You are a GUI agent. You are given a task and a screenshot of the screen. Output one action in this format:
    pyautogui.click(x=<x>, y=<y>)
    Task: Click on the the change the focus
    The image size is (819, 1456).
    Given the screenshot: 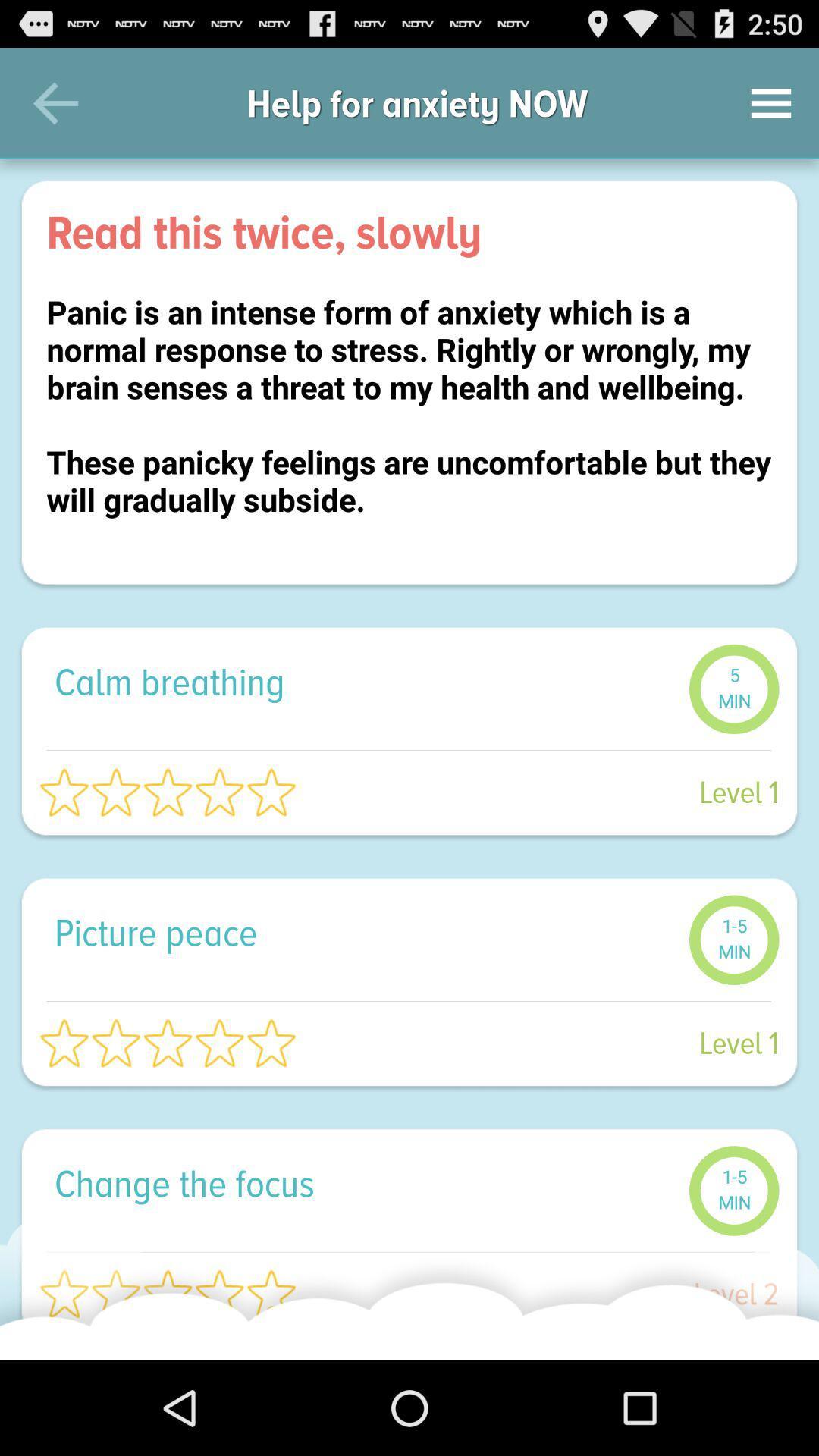 What is the action you would take?
    pyautogui.click(x=363, y=1182)
    